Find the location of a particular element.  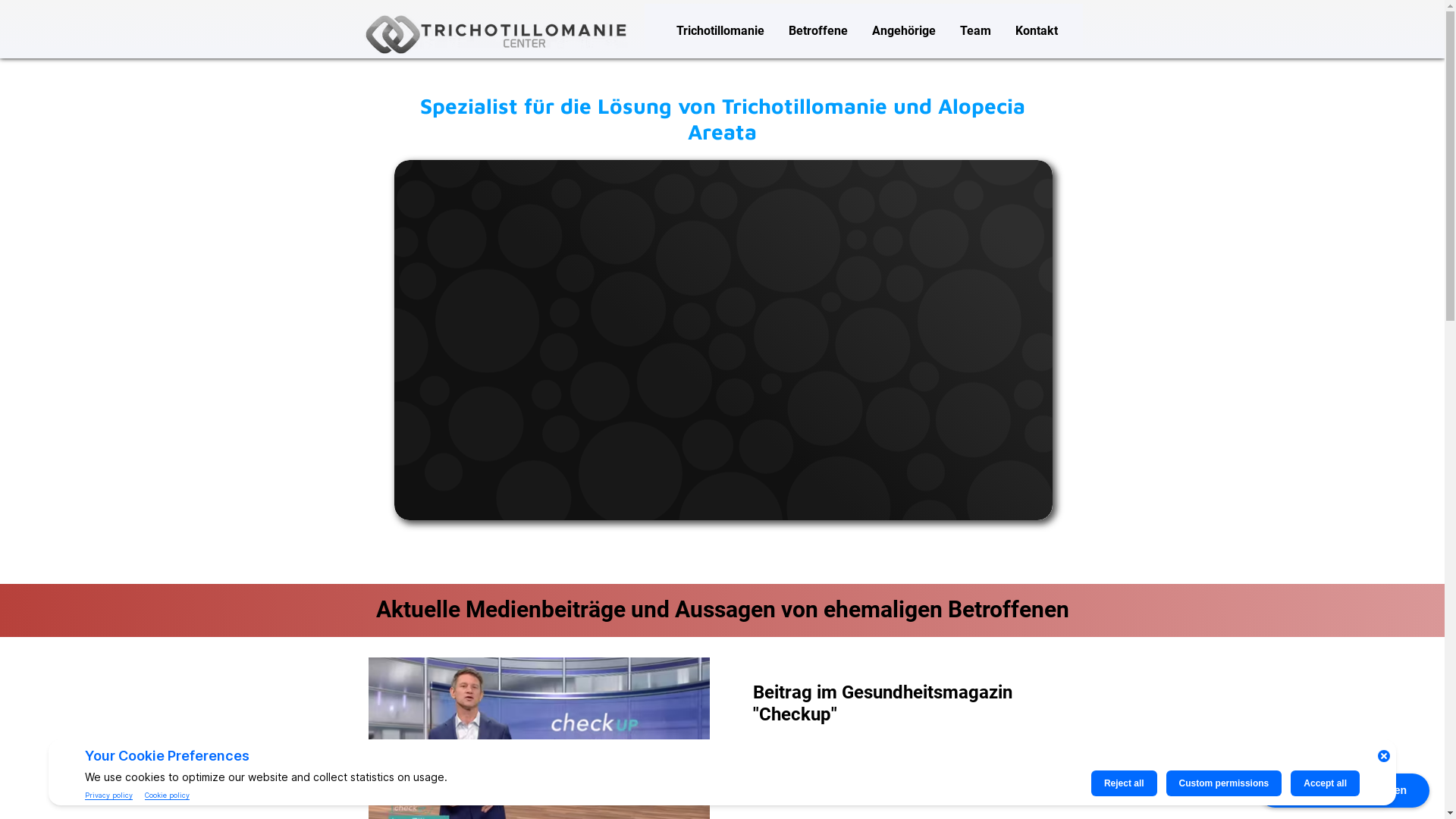

'Betroffene' is located at coordinates (817, 30).